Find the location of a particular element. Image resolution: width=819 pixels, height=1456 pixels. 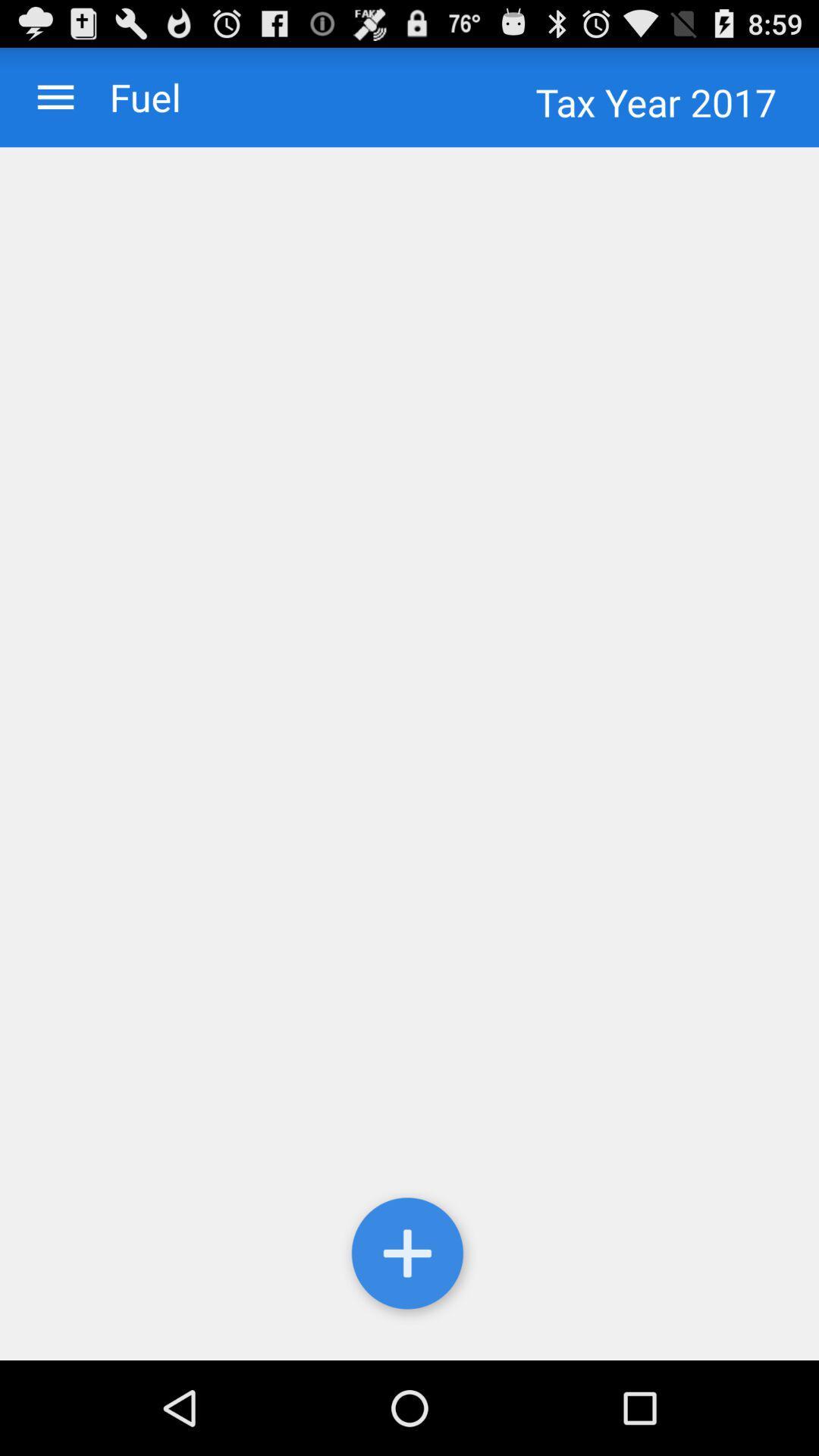

fuel icon is located at coordinates (129, 96).